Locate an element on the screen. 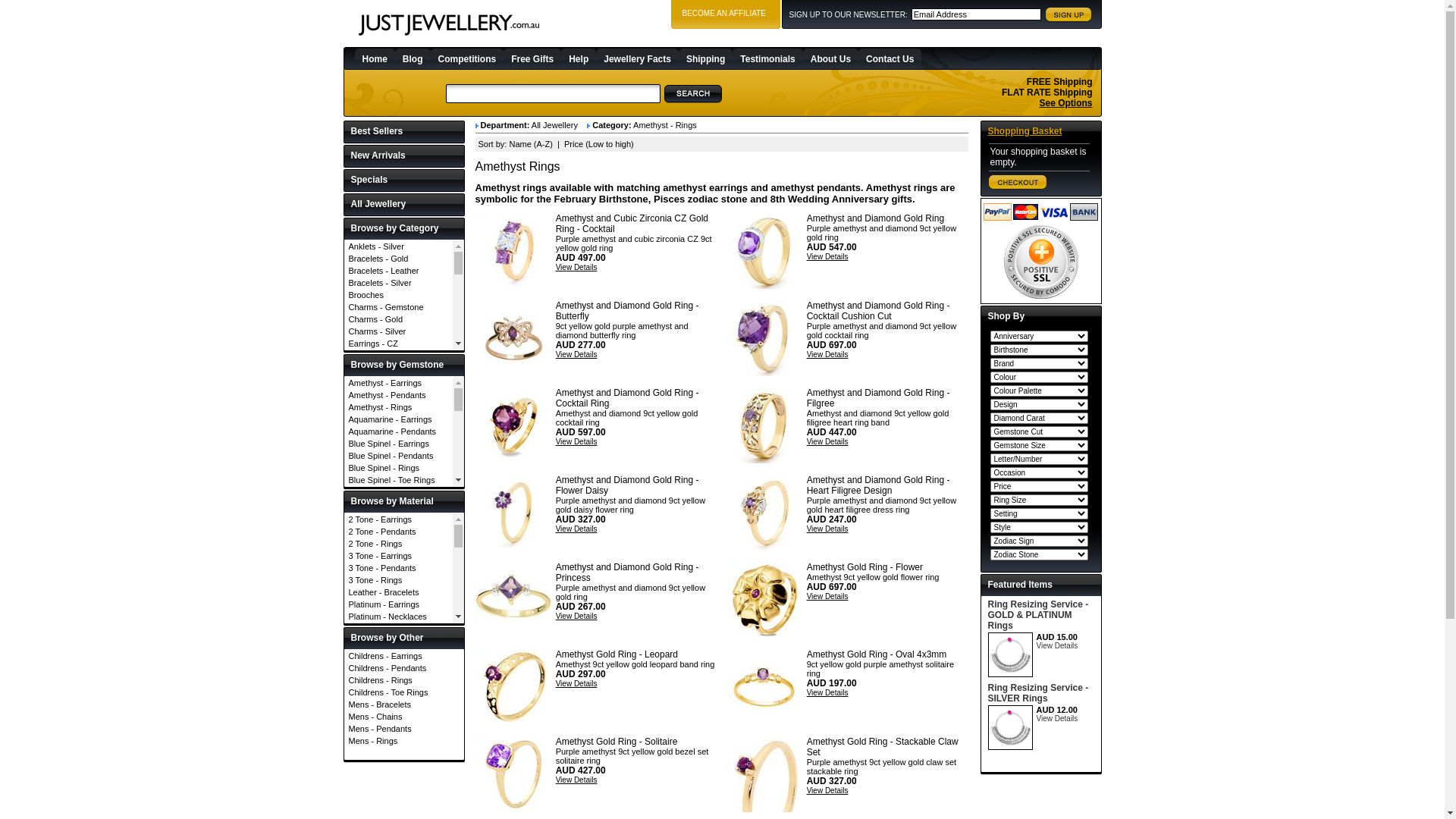 This screenshot has width=1456, height=819. 'Earrings - Gemstone' is located at coordinates (344, 368).